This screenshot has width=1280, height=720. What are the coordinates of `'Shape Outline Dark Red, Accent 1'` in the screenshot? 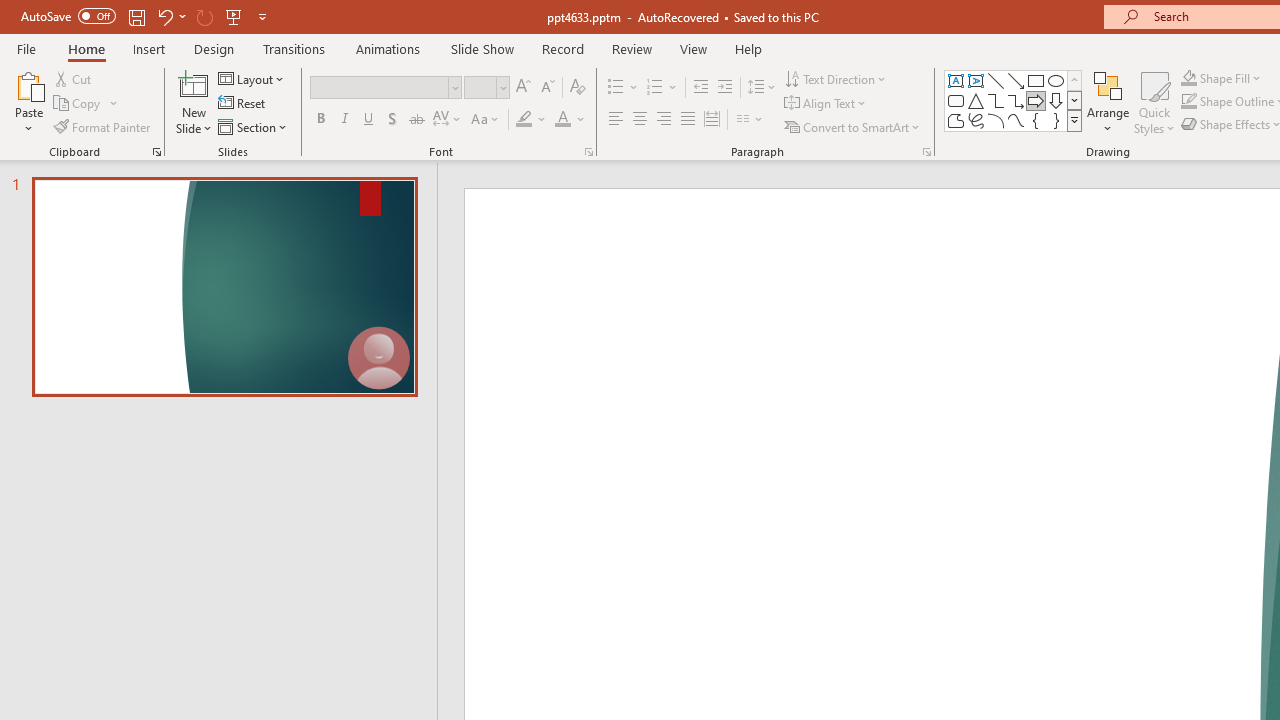 It's located at (1189, 101).